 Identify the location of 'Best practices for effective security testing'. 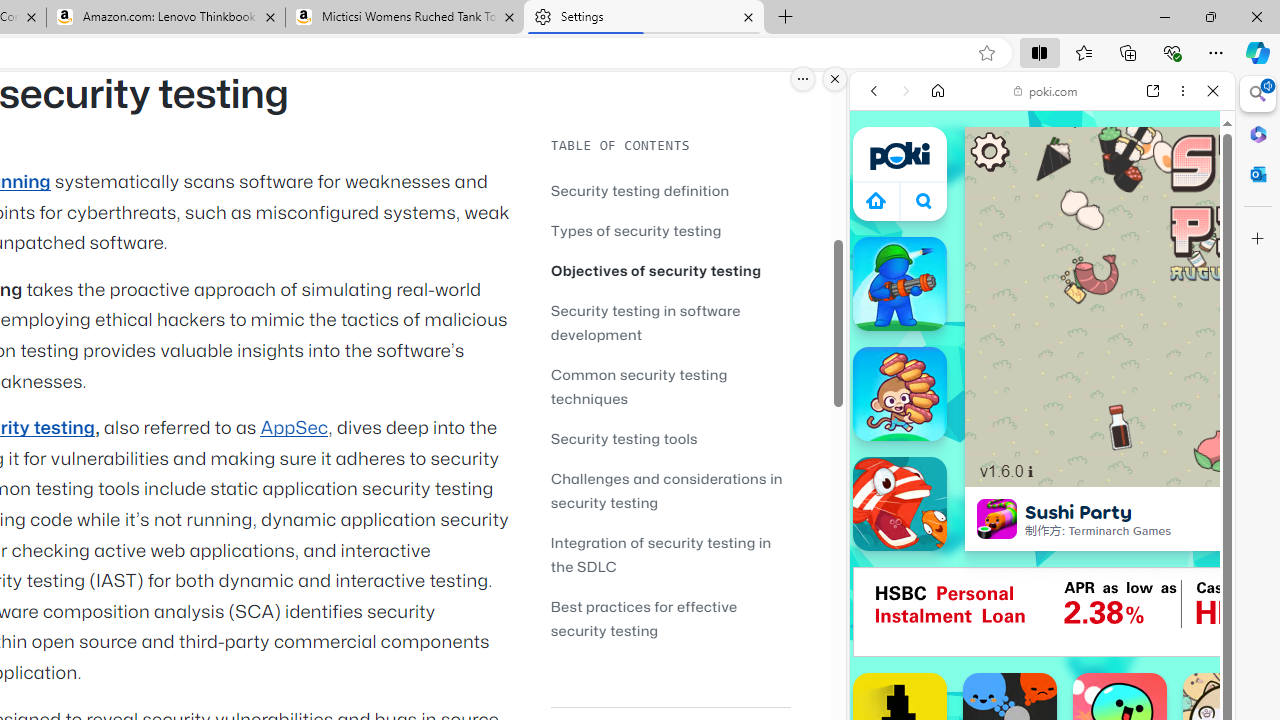
(644, 617).